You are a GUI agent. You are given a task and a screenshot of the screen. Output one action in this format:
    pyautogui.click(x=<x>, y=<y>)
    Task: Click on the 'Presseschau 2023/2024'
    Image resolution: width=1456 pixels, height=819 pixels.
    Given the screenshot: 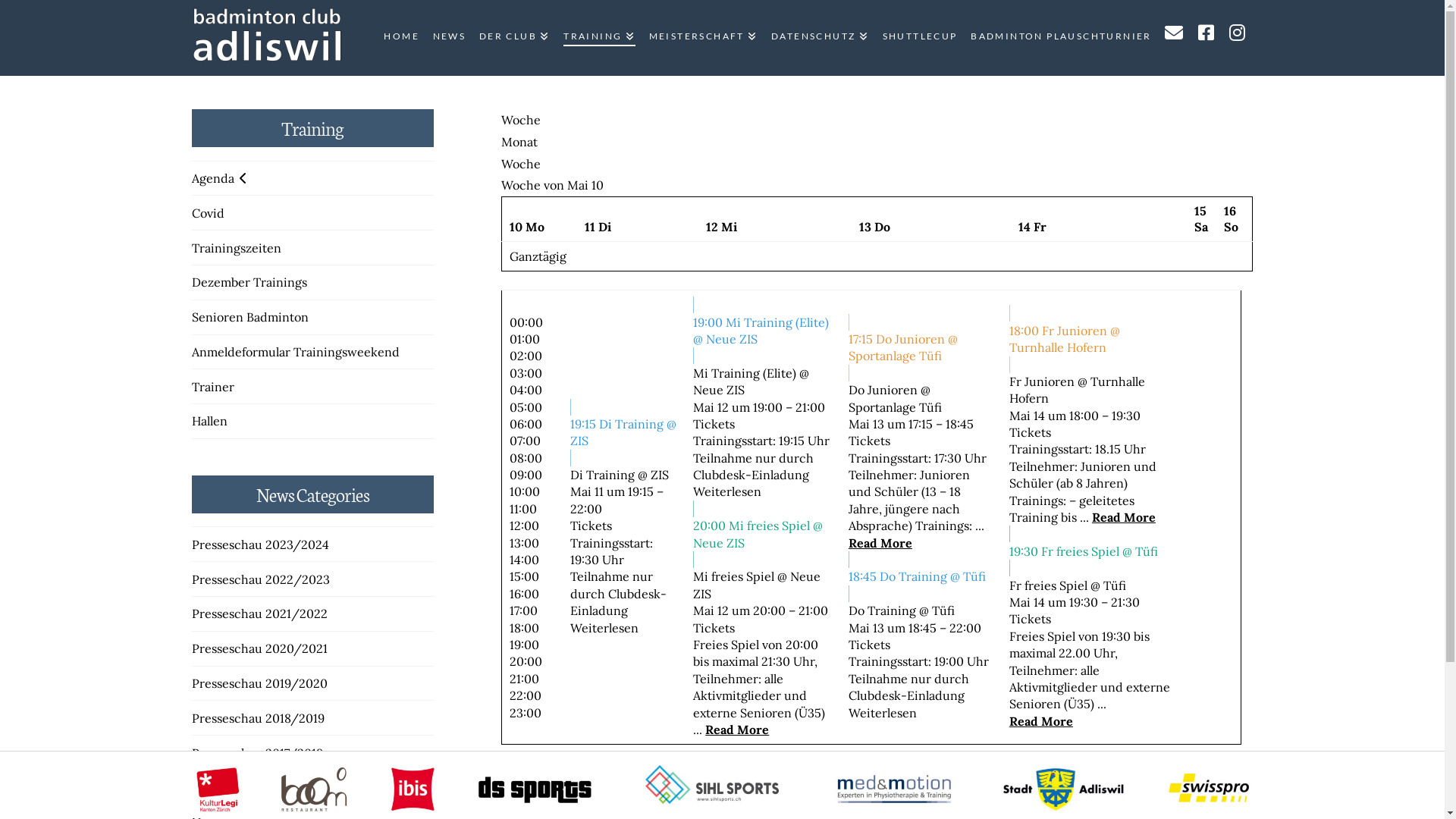 What is the action you would take?
    pyautogui.click(x=259, y=543)
    